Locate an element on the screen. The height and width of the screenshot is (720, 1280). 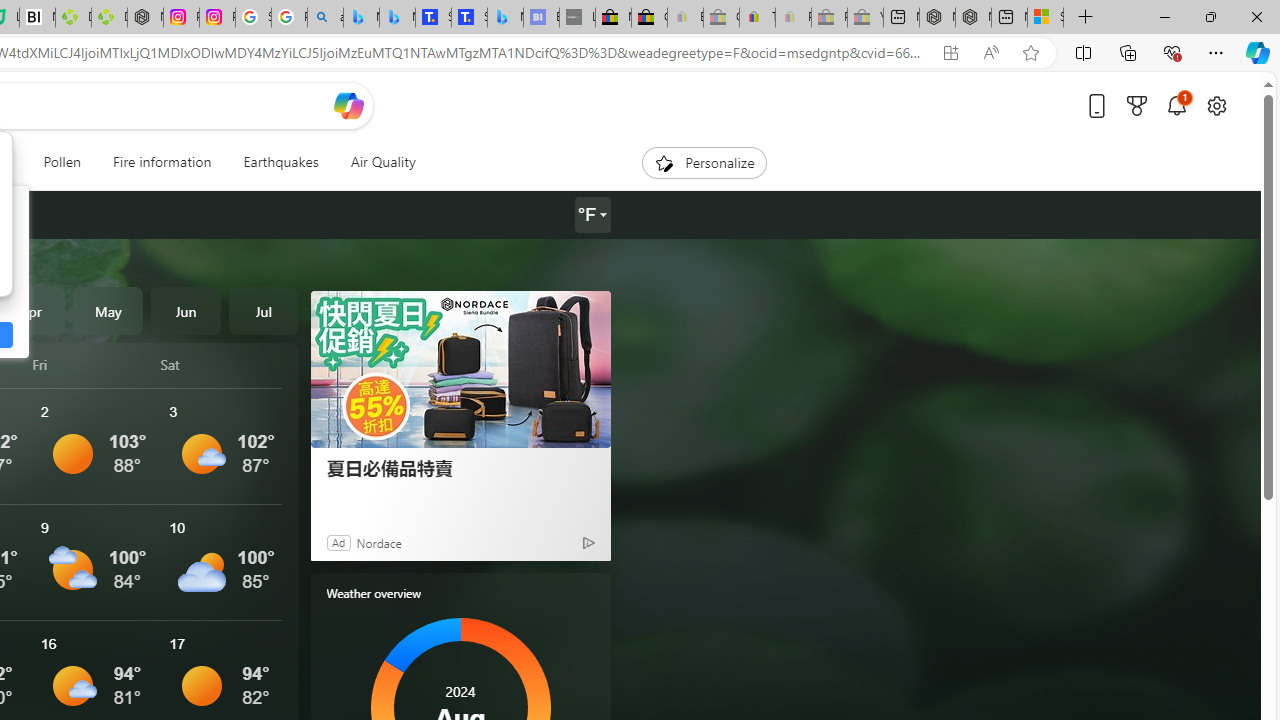
'Jun' is located at coordinates (186, 311).